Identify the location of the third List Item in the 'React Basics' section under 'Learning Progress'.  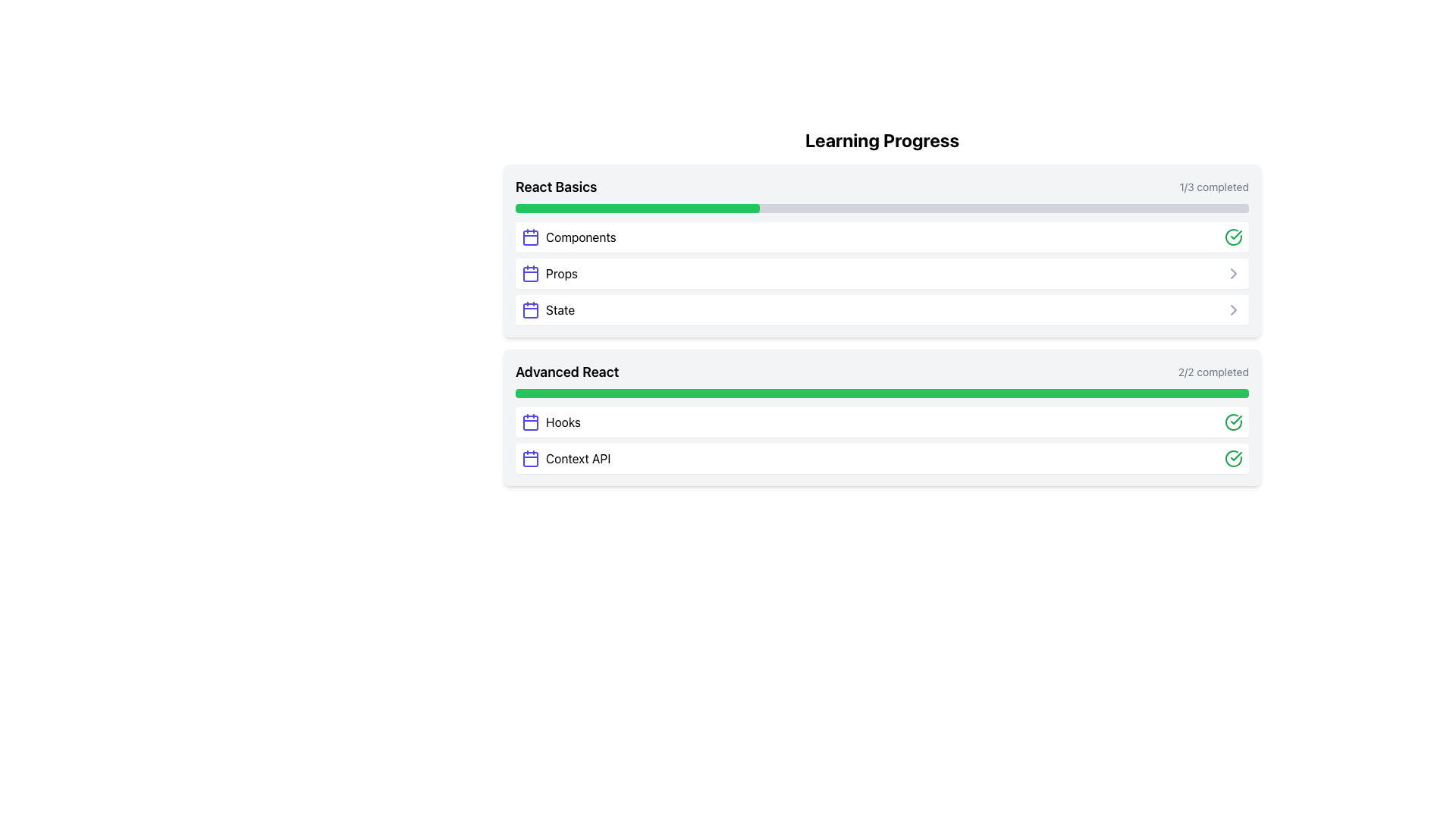
(882, 309).